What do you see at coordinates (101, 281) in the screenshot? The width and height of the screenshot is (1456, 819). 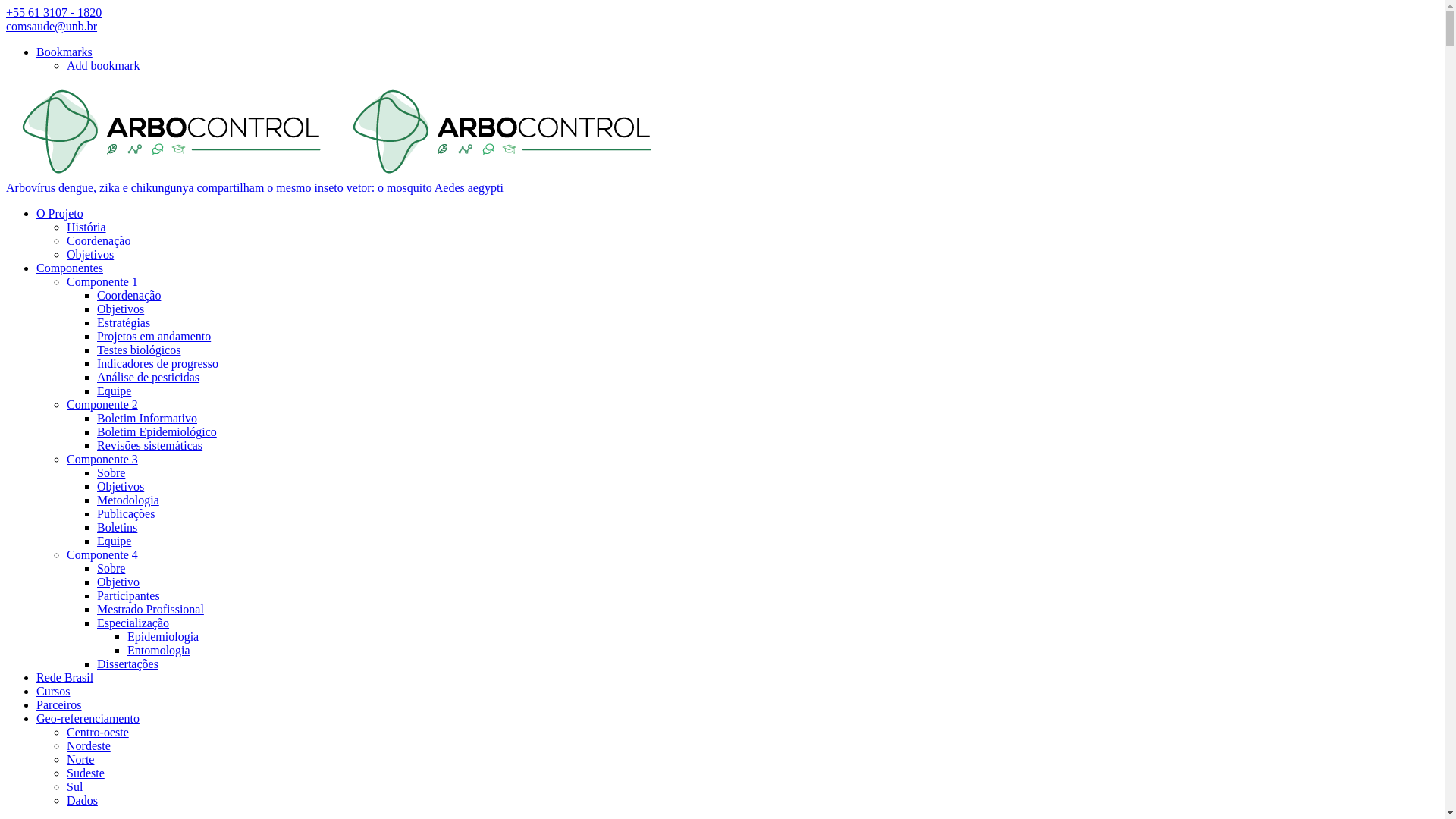 I see `'Componente 1'` at bounding box center [101, 281].